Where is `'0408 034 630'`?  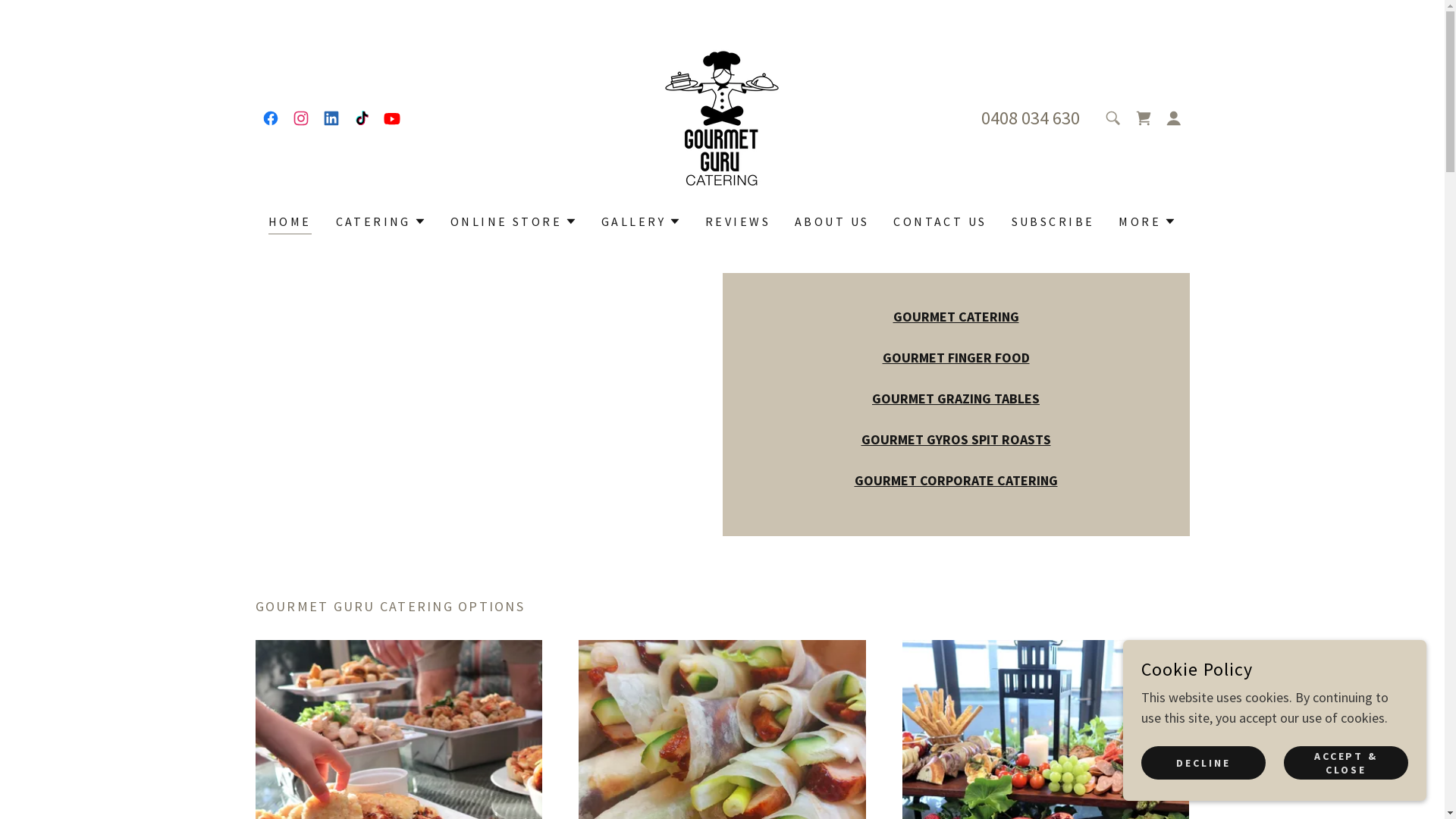 '0408 034 630' is located at coordinates (1030, 117).